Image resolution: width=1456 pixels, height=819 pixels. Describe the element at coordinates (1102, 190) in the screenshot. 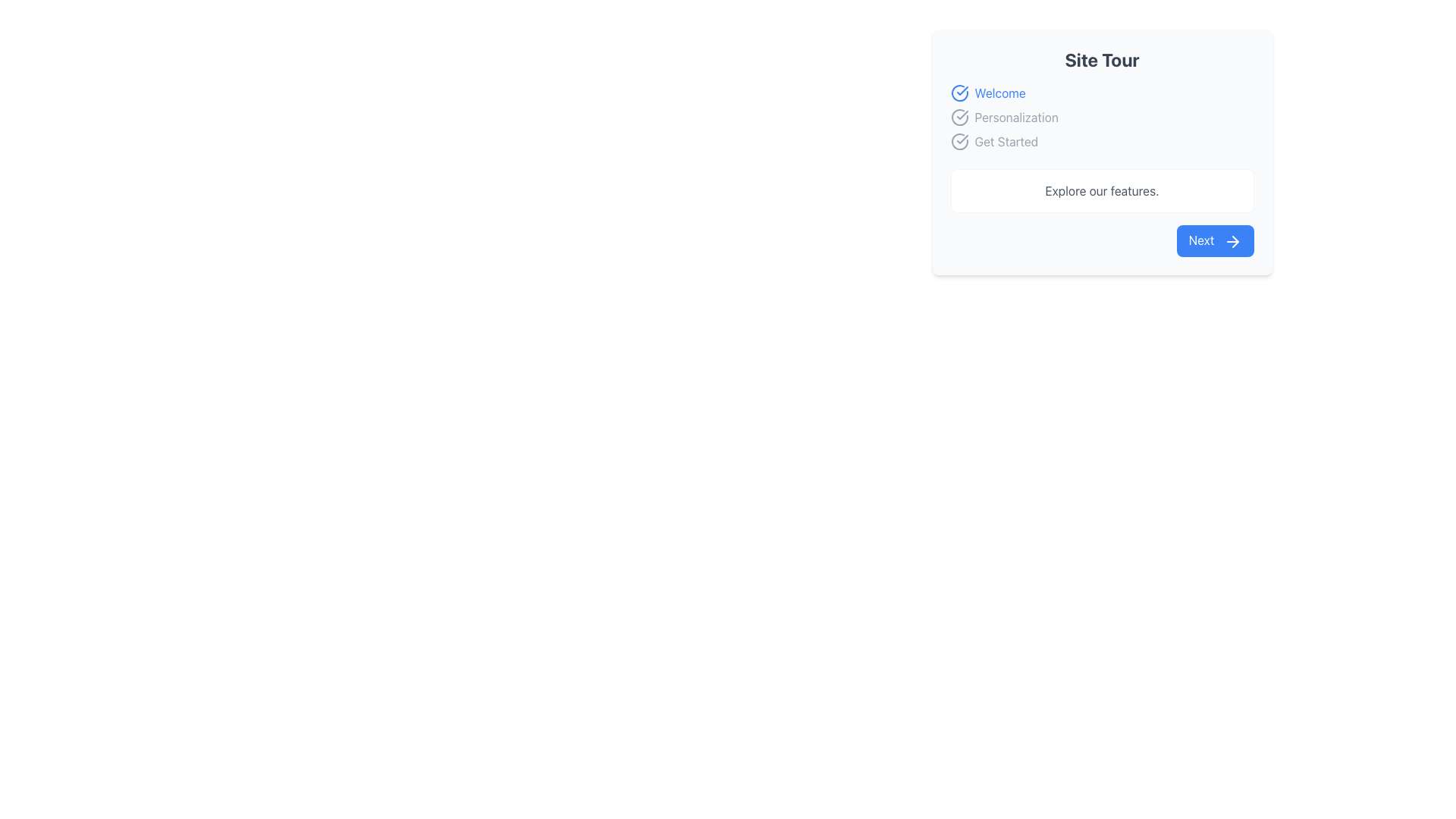

I see `the static informational text box that reads 'Explore our features.' with a grey font, located below the checklist items and above the 'Next' button in the 'Site Tour' section` at that location.